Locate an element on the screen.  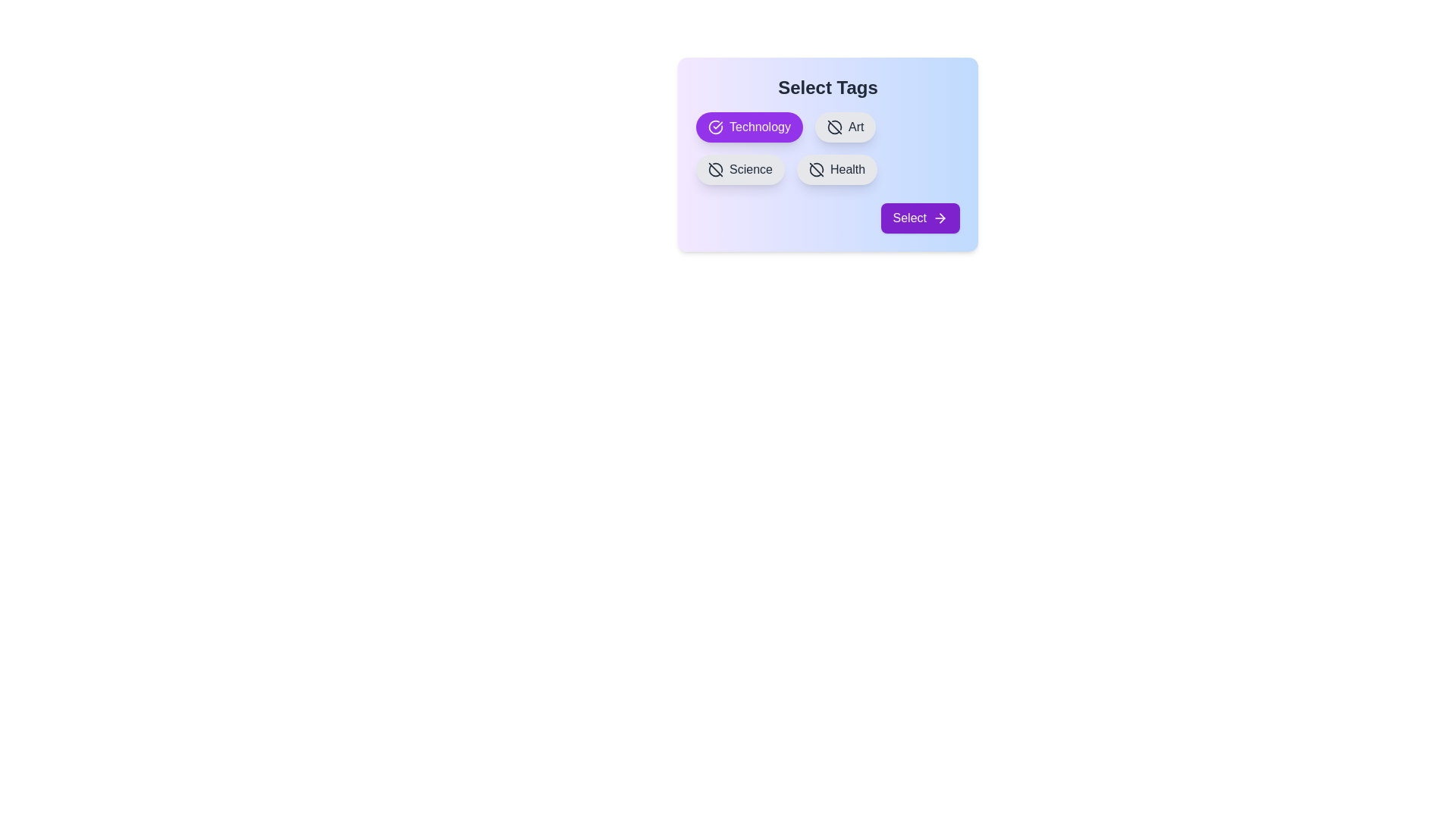
the 'Select' button to confirm the selection of tags is located at coordinates (919, 218).